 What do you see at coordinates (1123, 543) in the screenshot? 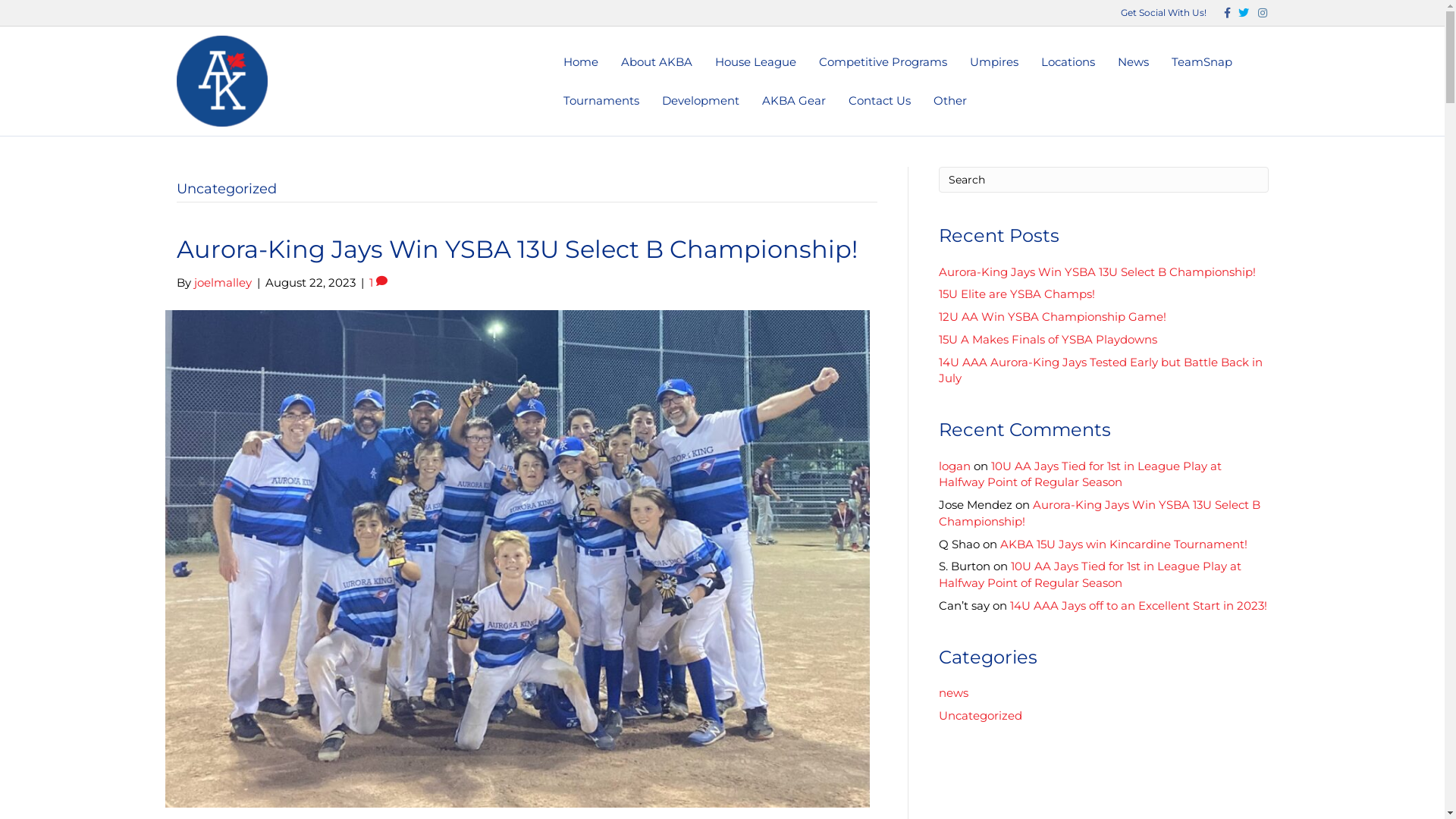
I see `'AKBA 15U Jays win Kincardine Tournament!'` at bounding box center [1123, 543].